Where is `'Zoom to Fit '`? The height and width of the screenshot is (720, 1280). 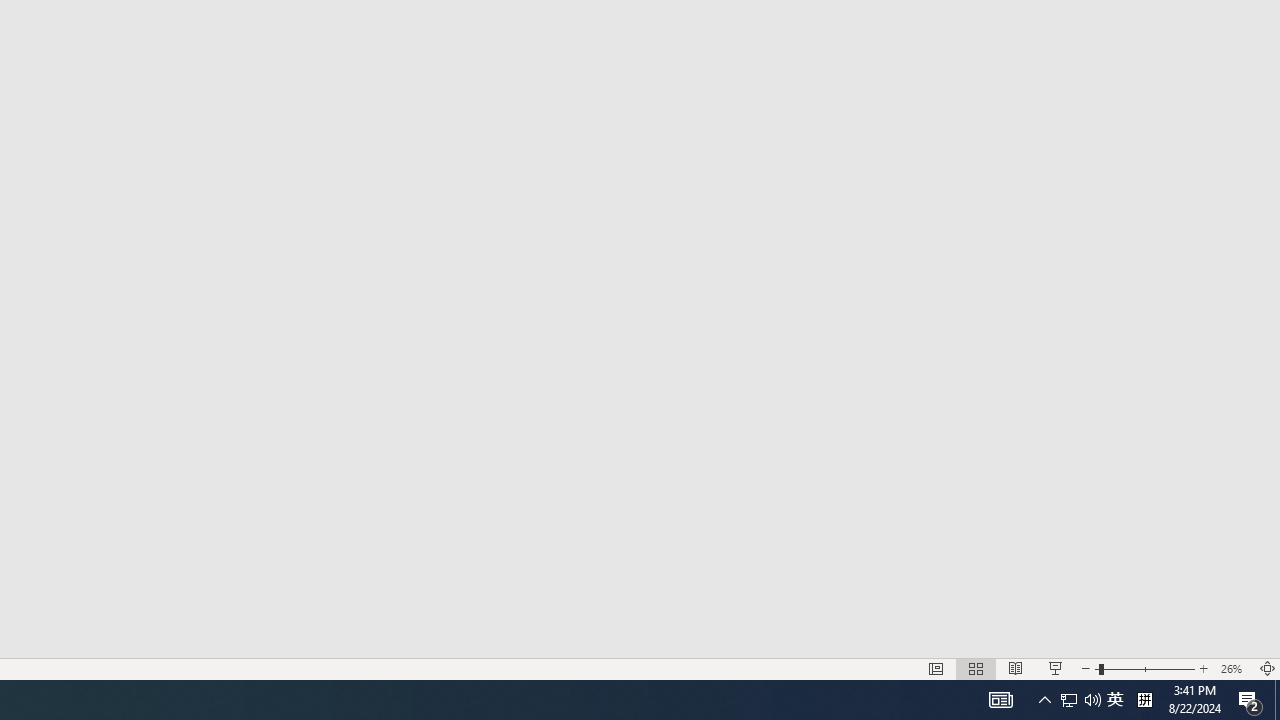 'Zoom to Fit ' is located at coordinates (1266, 669).